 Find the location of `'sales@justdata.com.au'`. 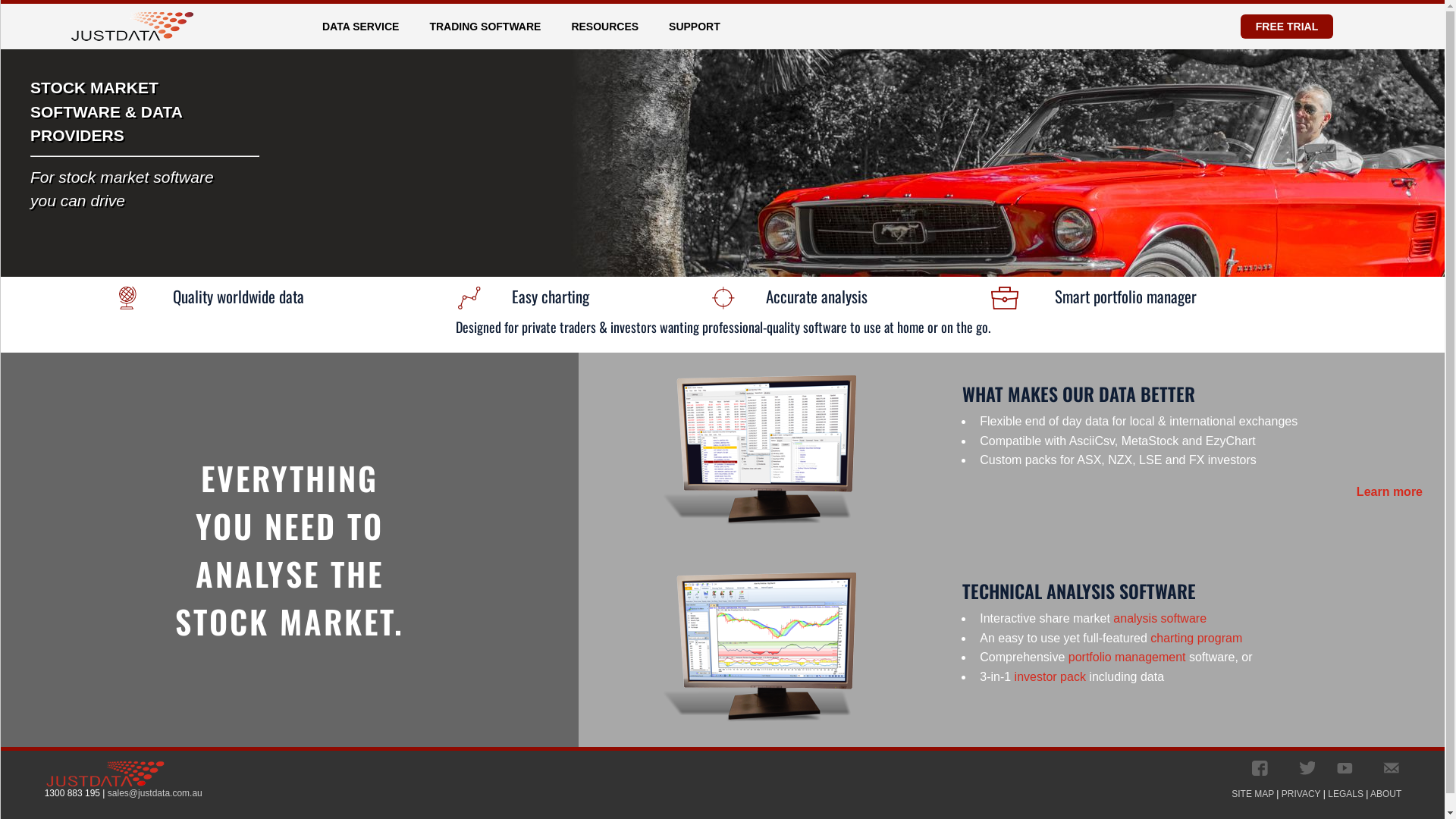

'sales@justdata.com.au' is located at coordinates (107, 792).